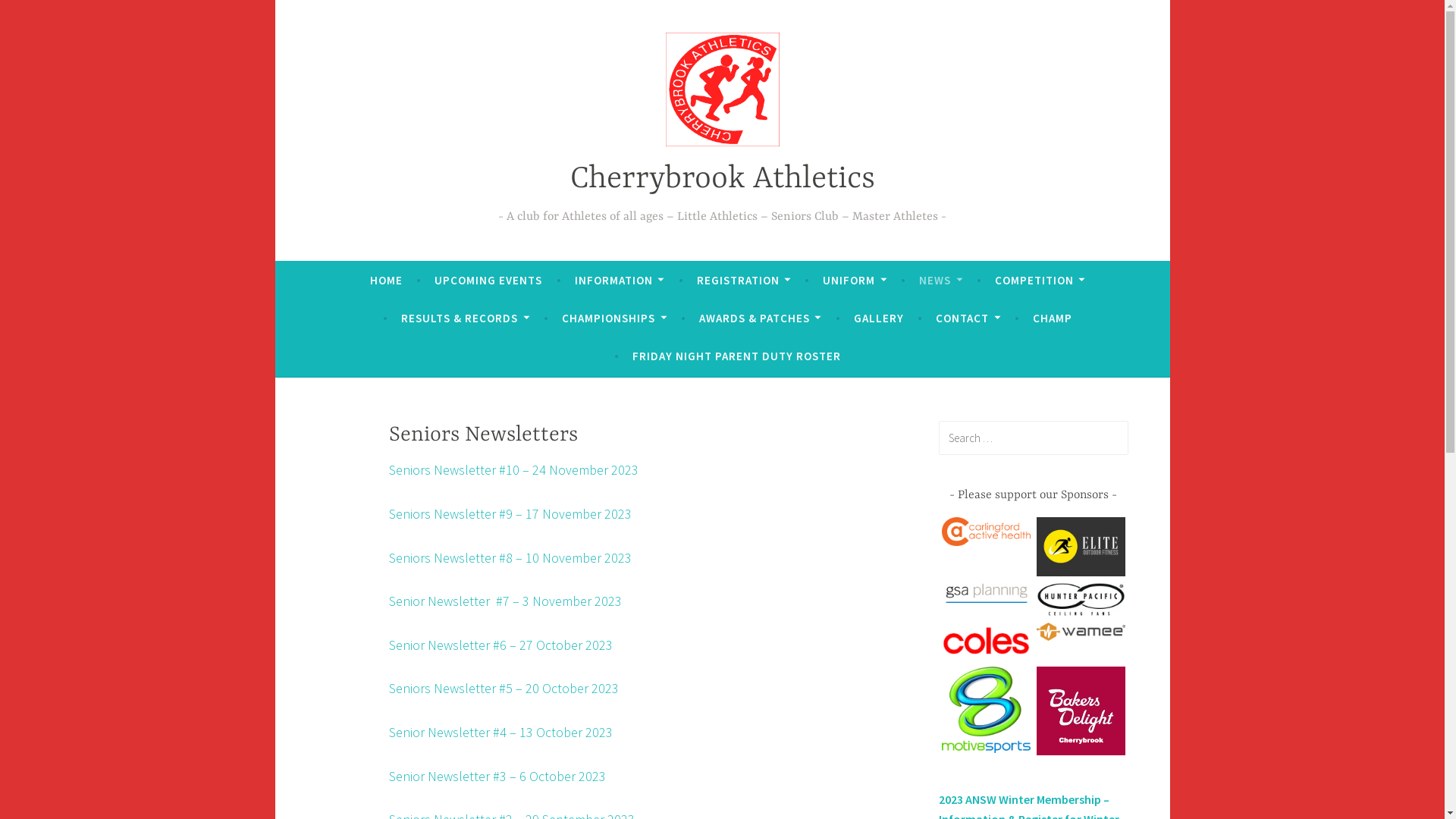 This screenshot has height=819, width=1456. Describe the element at coordinates (1051, 318) in the screenshot. I see `'CHAMP'` at that location.